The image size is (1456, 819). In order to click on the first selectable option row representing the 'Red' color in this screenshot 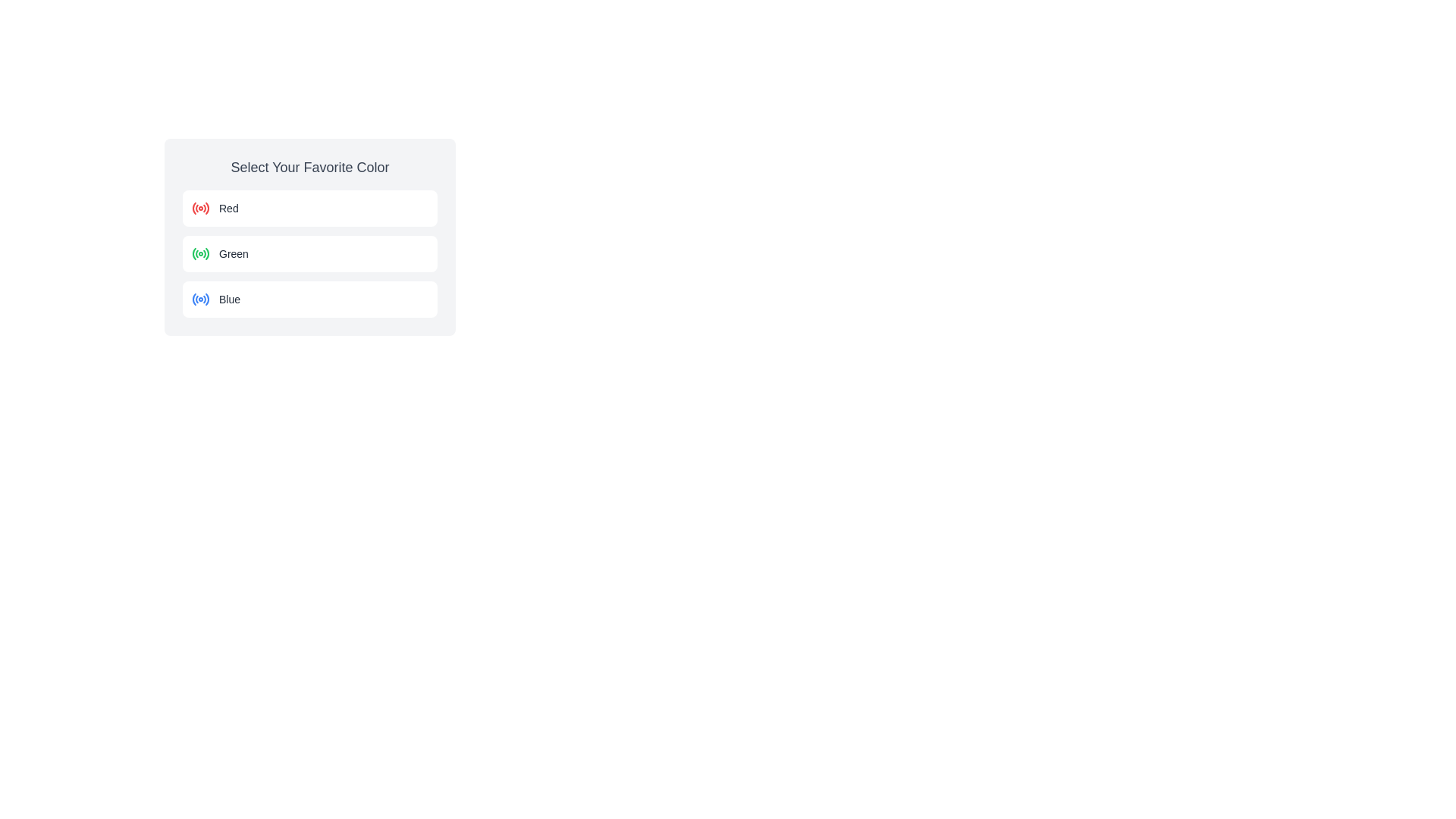, I will do `click(309, 208)`.